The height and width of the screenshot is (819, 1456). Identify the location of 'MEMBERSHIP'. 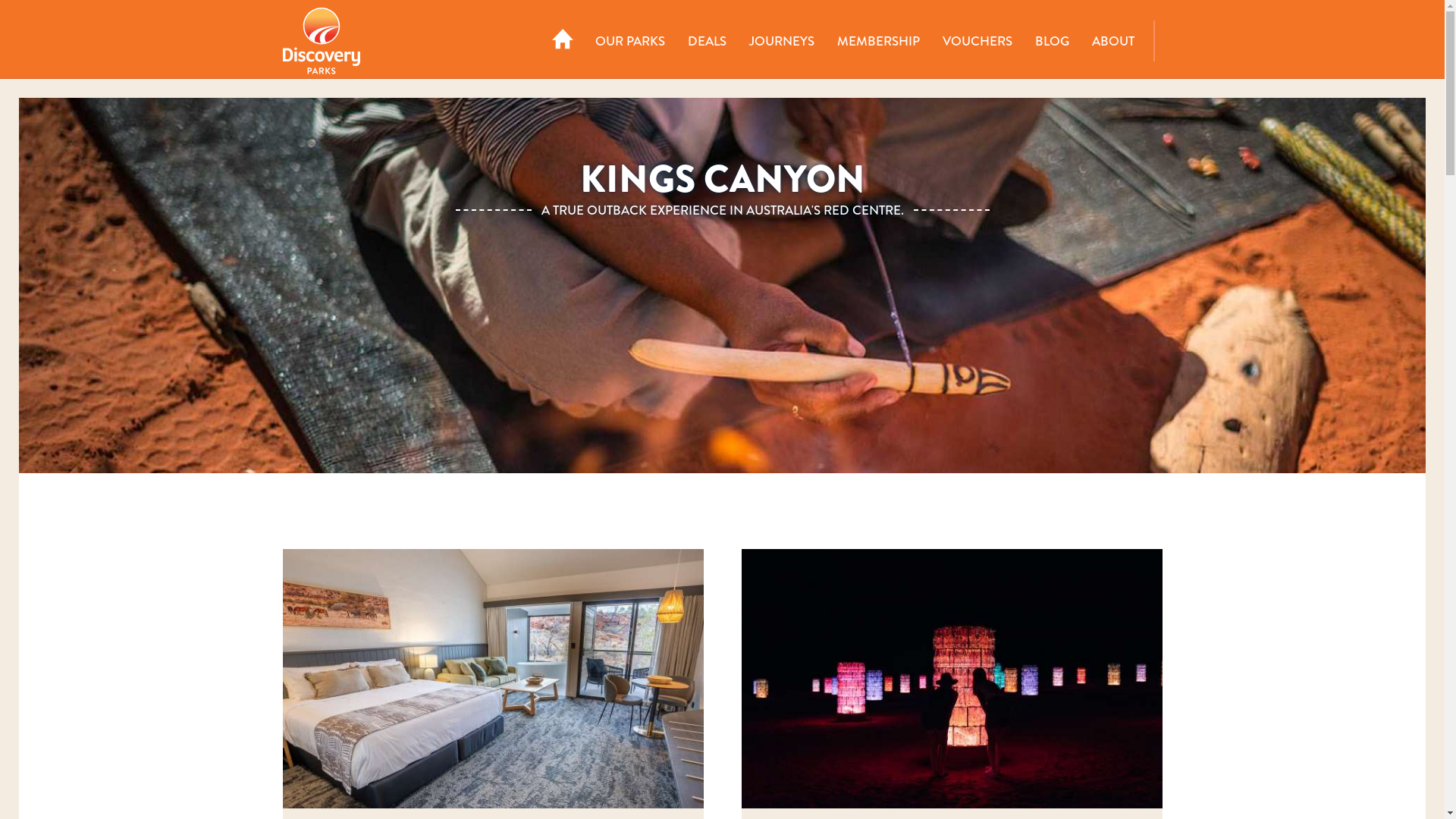
(824, 40).